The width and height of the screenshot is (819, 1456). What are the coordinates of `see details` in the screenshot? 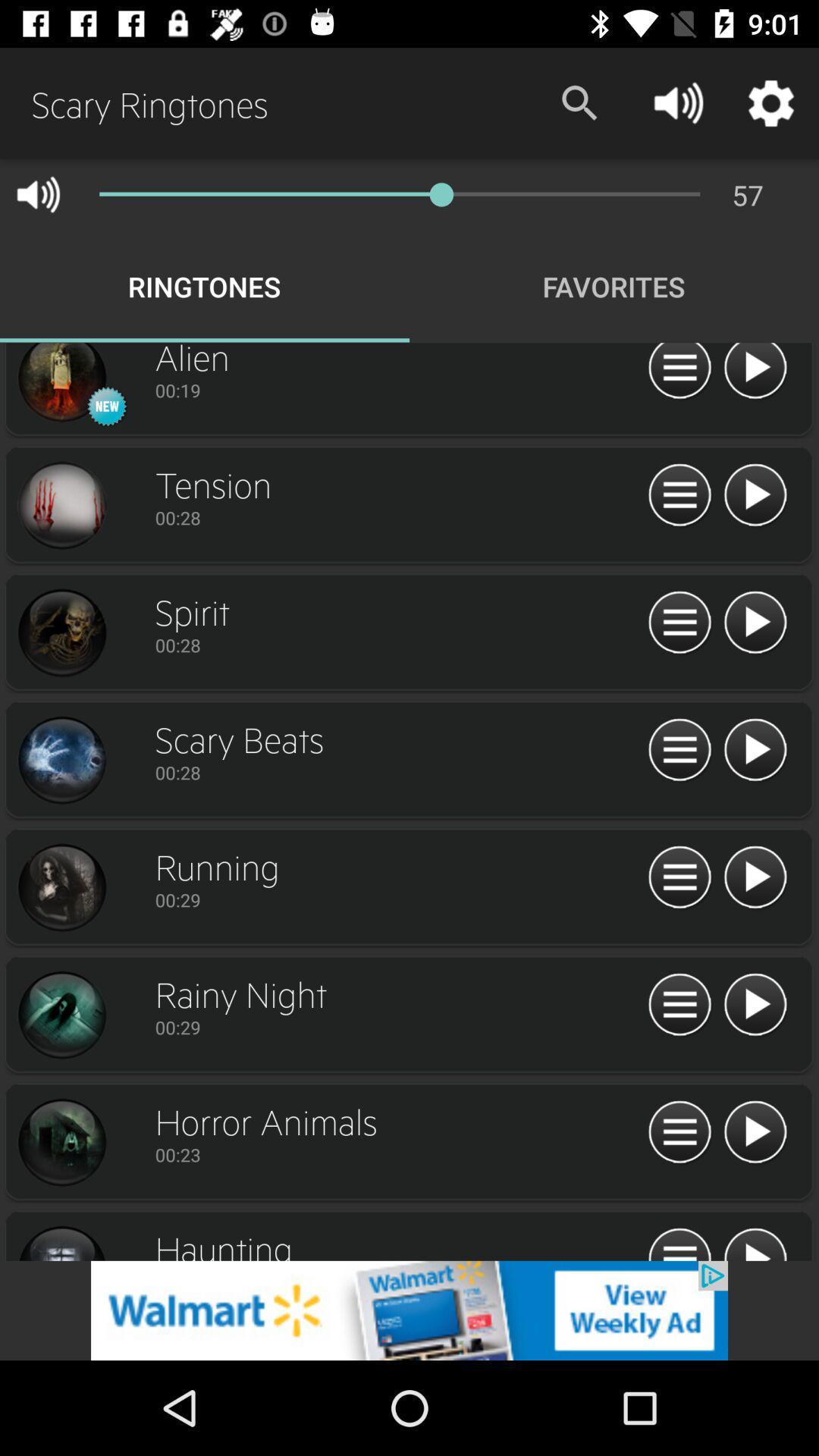 It's located at (679, 750).